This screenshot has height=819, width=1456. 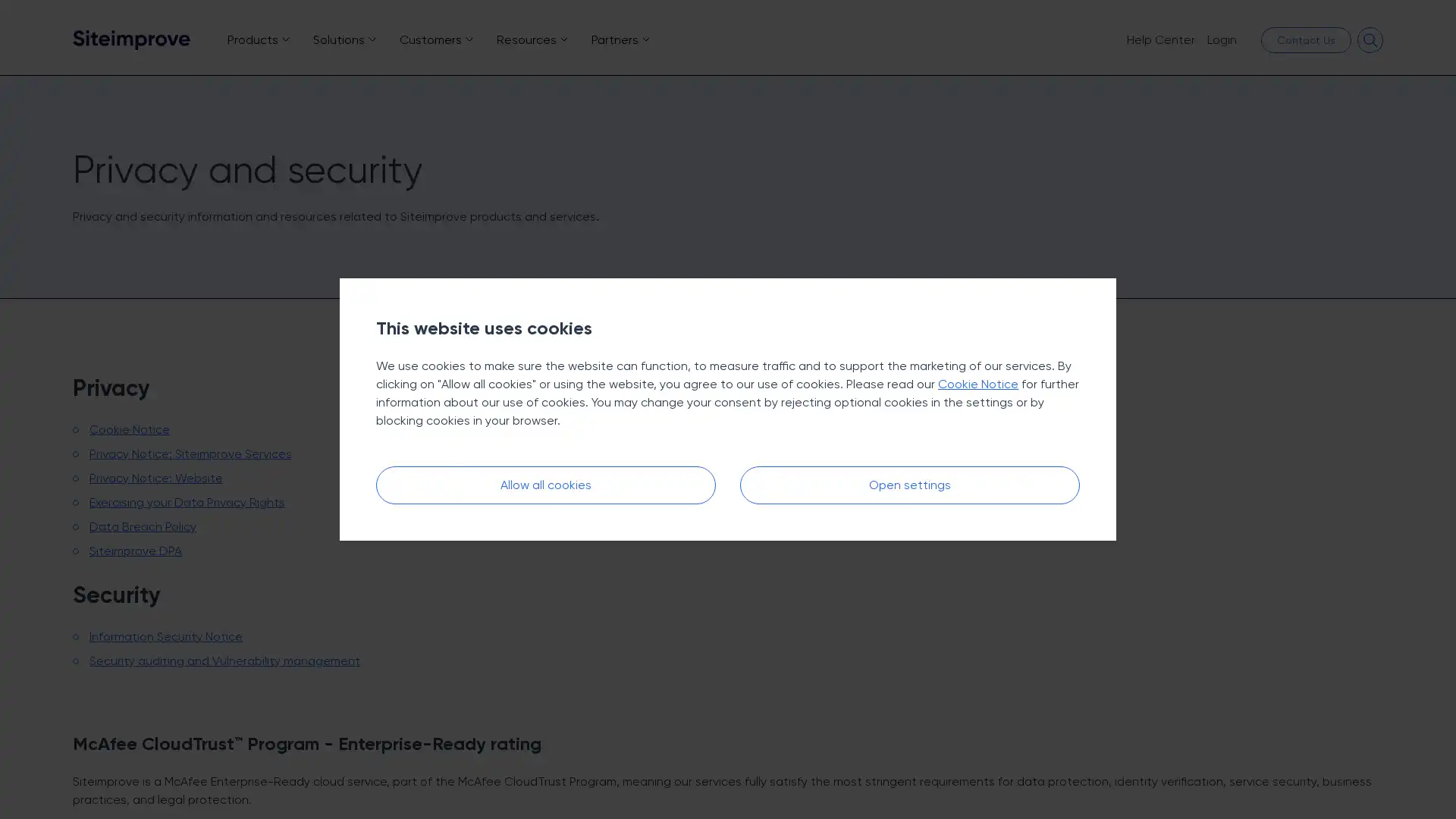 What do you see at coordinates (619, 38) in the screenshot?
I see `Partners` at bounding box center [619, 38].